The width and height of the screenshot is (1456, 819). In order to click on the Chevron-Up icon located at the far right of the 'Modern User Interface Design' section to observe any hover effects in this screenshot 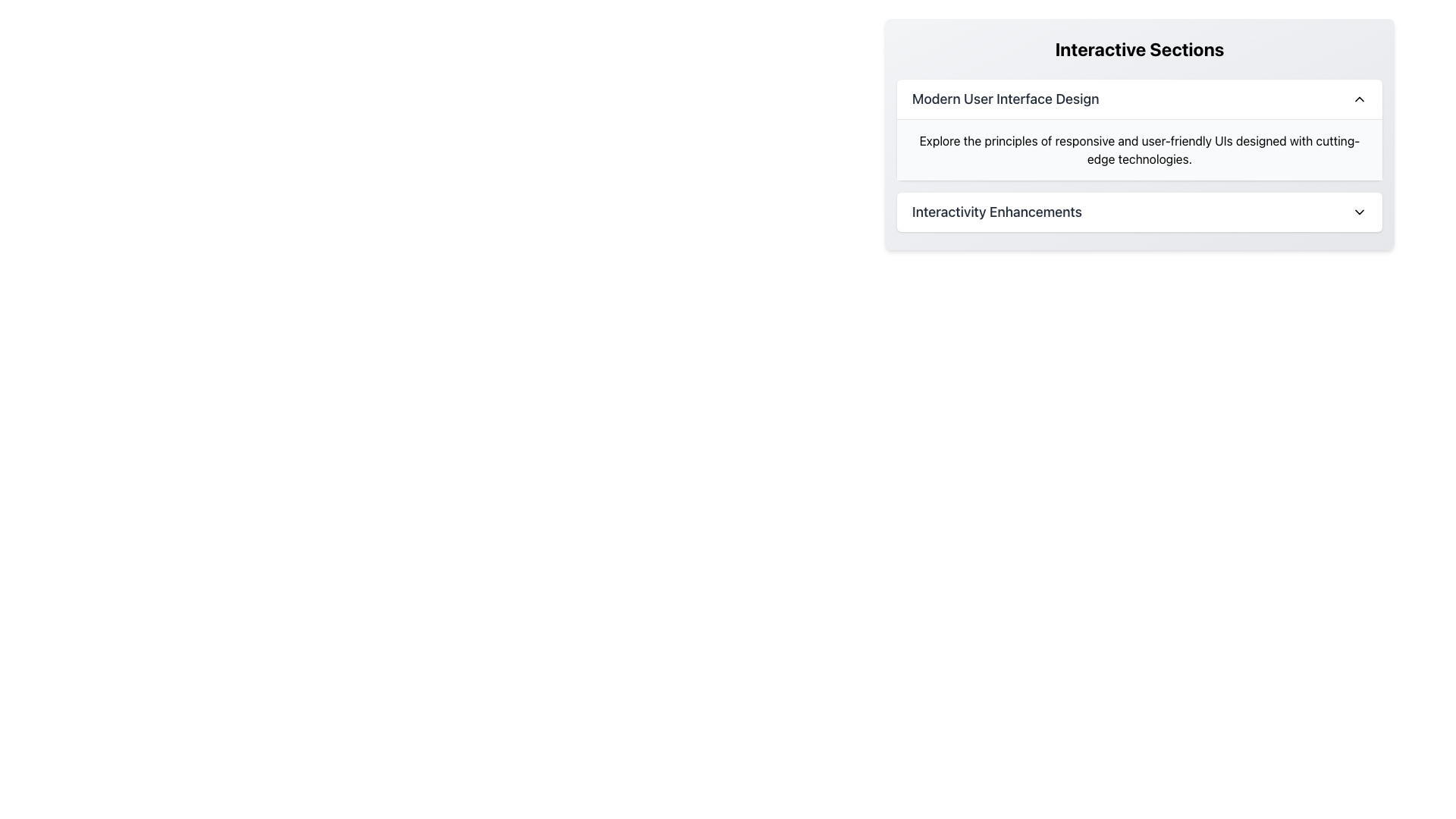, I will do `click(1360, 99)`.